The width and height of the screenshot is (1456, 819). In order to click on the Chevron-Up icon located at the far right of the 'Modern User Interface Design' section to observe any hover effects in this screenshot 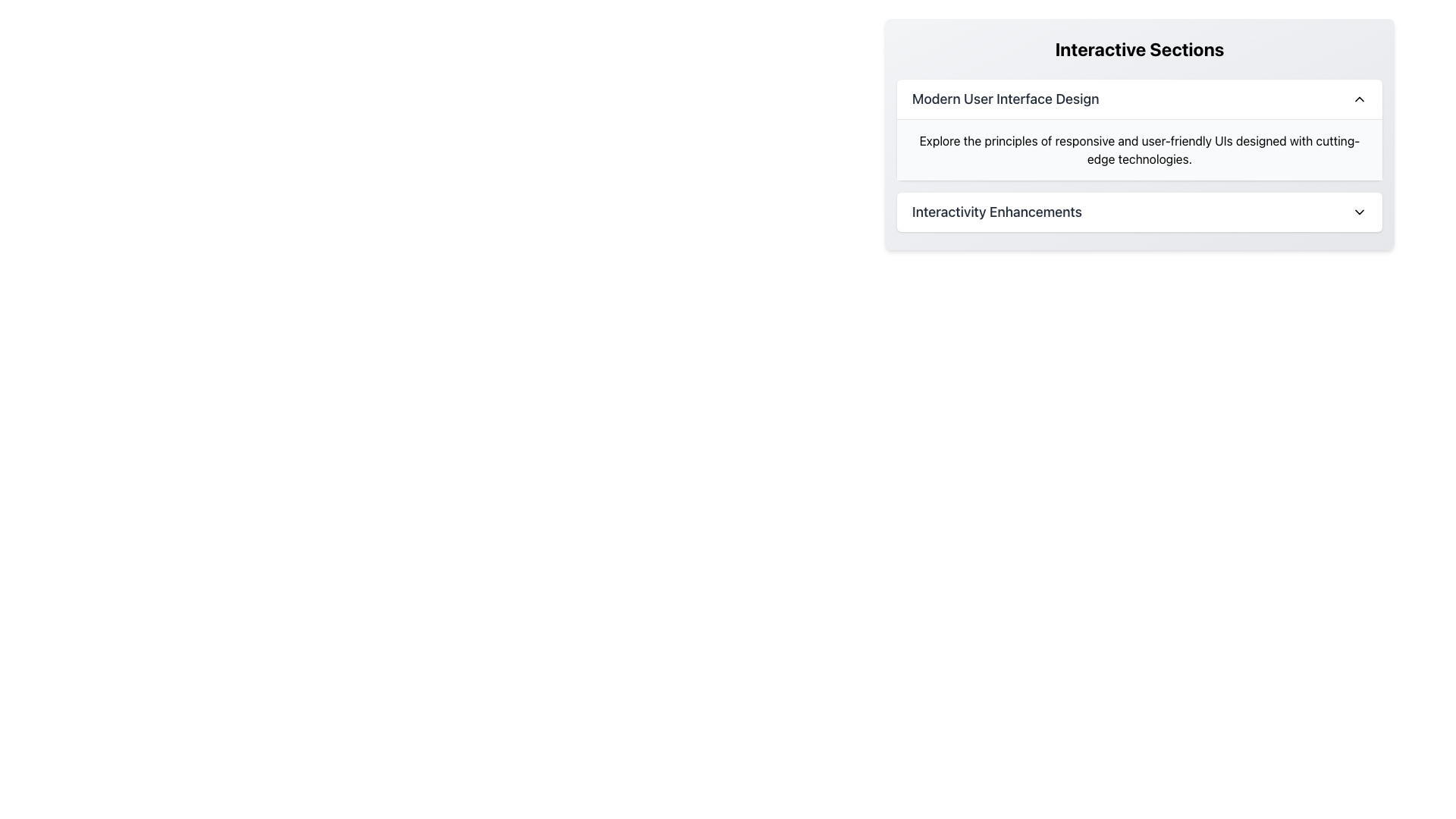, I will do `click(1360, 99)`.